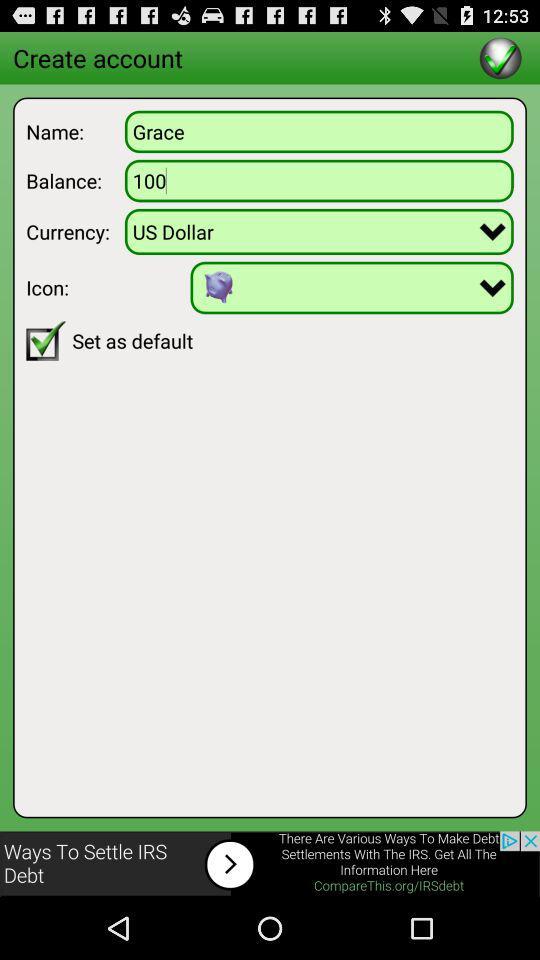 This screenshot has width=540, height=960. What do you see at coordinates (499, 61) in the screenshot?
I see `the check icon` at bounding box center [499, 61].